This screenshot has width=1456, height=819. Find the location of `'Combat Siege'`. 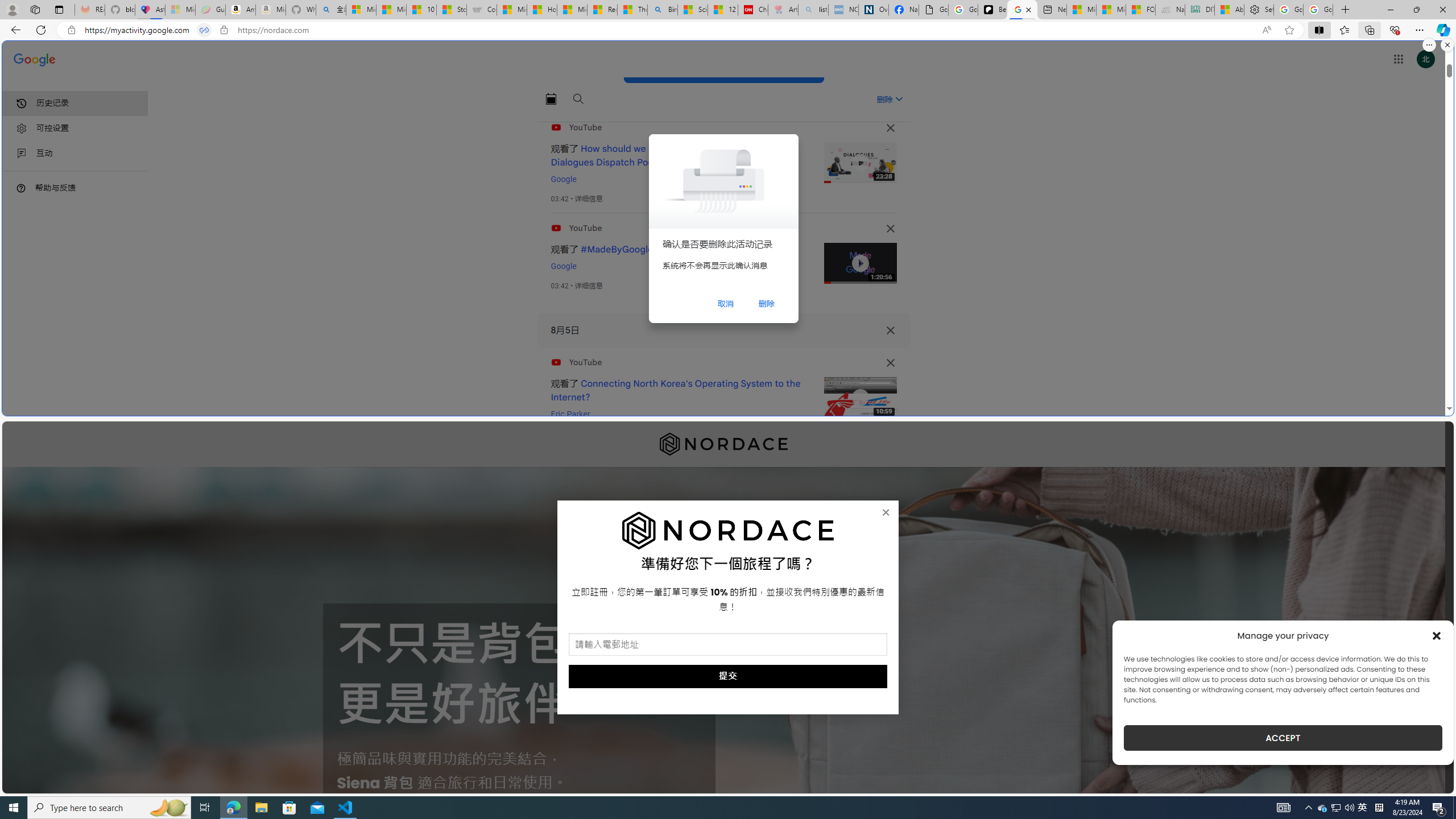

'Combat Siege' is located at coordinates (482, 9).